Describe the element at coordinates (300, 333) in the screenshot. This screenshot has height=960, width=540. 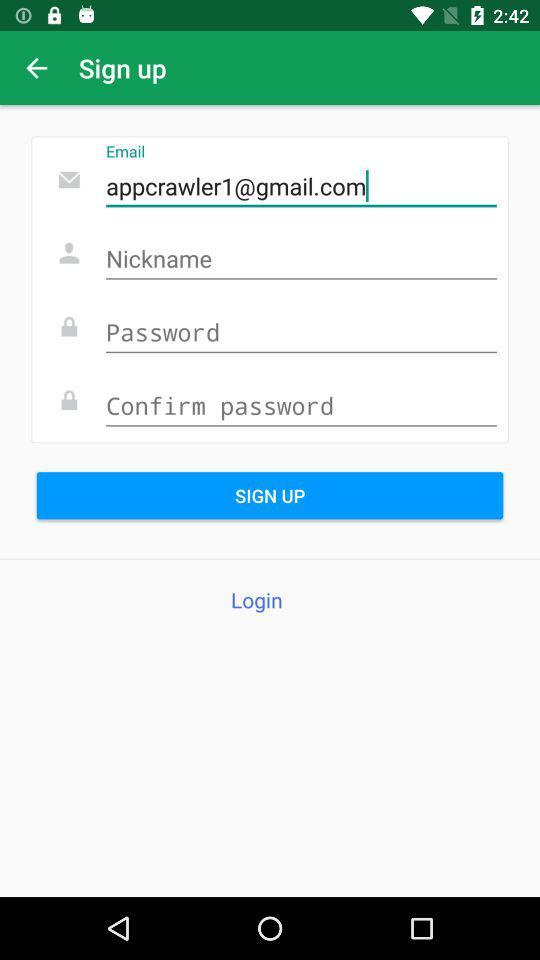
I see `enter the password` at that location.